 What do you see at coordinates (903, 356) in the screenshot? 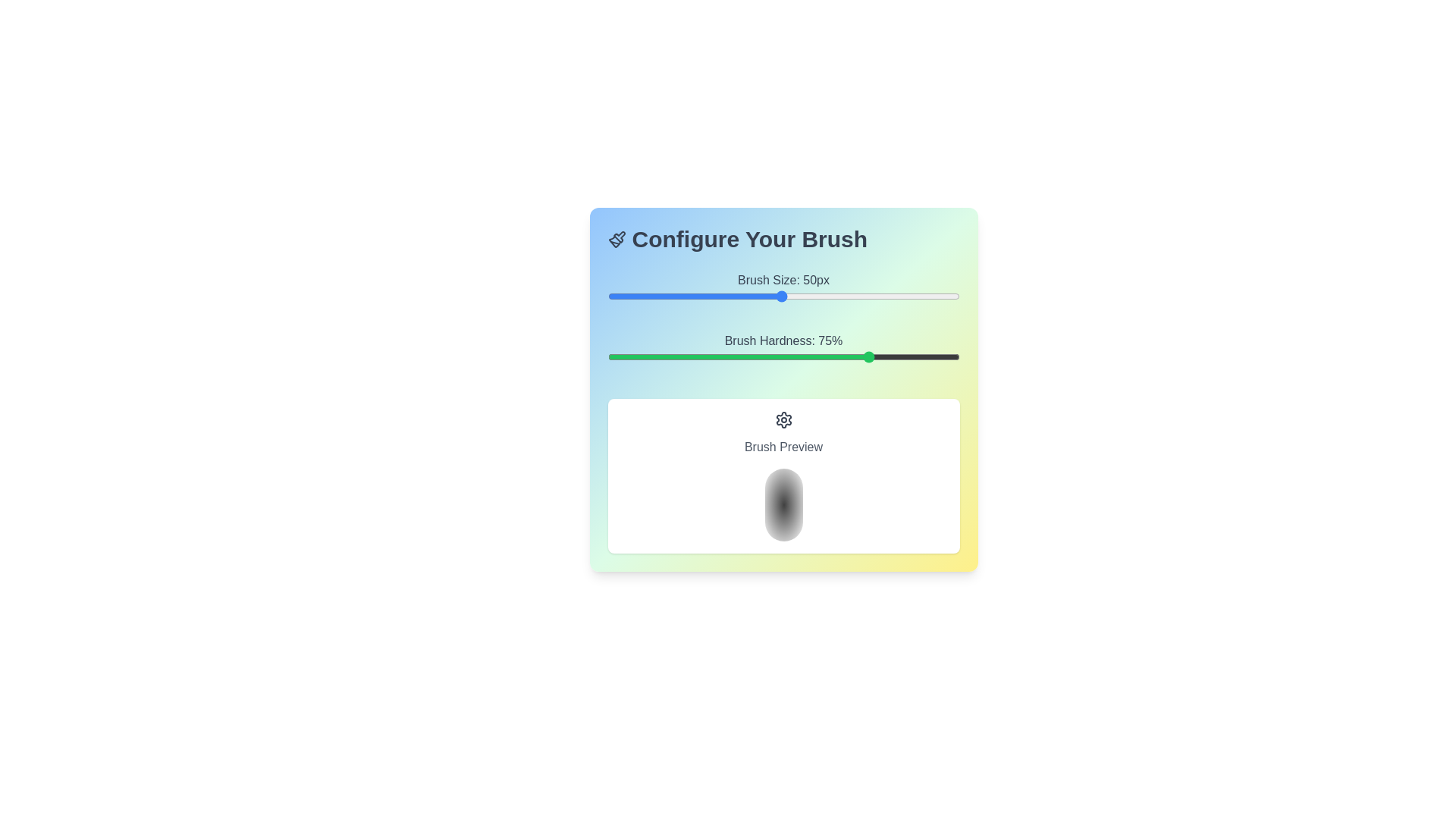
I see `the brush hardness slider to 84%` at bounding box center [903, 356].